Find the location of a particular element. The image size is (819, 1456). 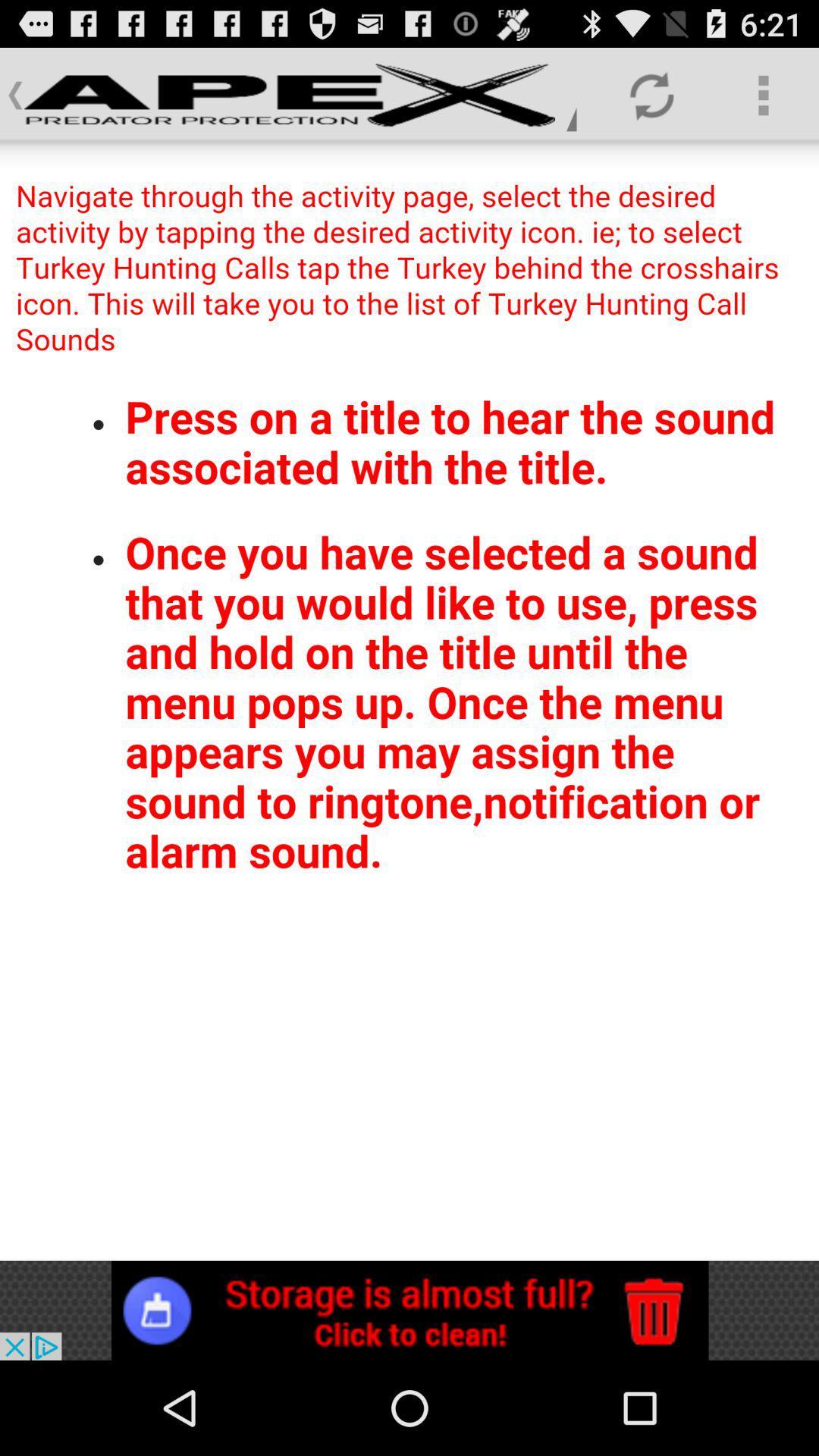

click bottom advertisement is located at coordinates (409, 1310).